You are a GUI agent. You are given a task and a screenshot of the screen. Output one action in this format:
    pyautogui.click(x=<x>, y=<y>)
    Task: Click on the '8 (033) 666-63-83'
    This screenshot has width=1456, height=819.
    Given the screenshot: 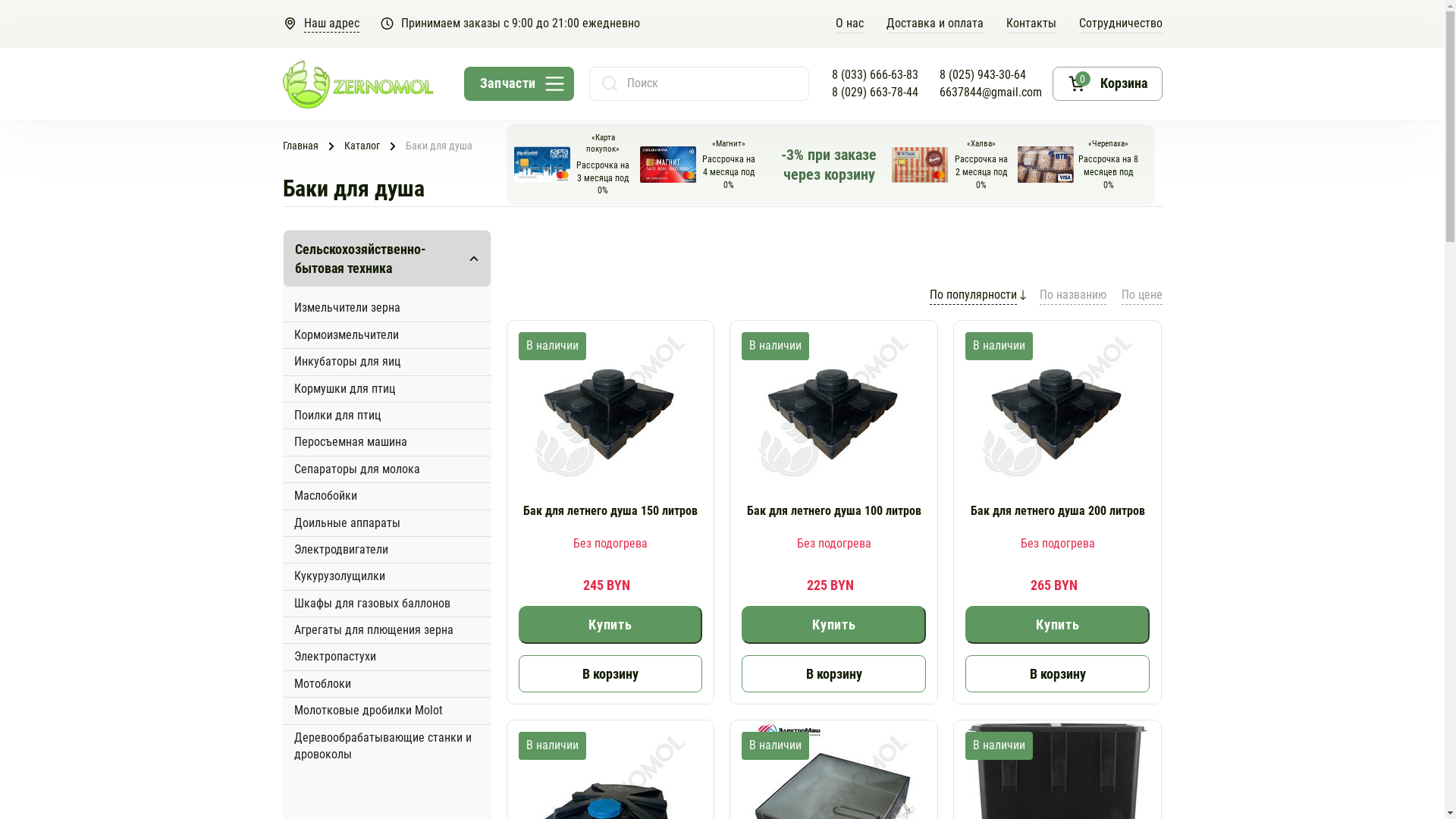 What is the action you would take?
    pyautogui.click(x=874, y=75)
    